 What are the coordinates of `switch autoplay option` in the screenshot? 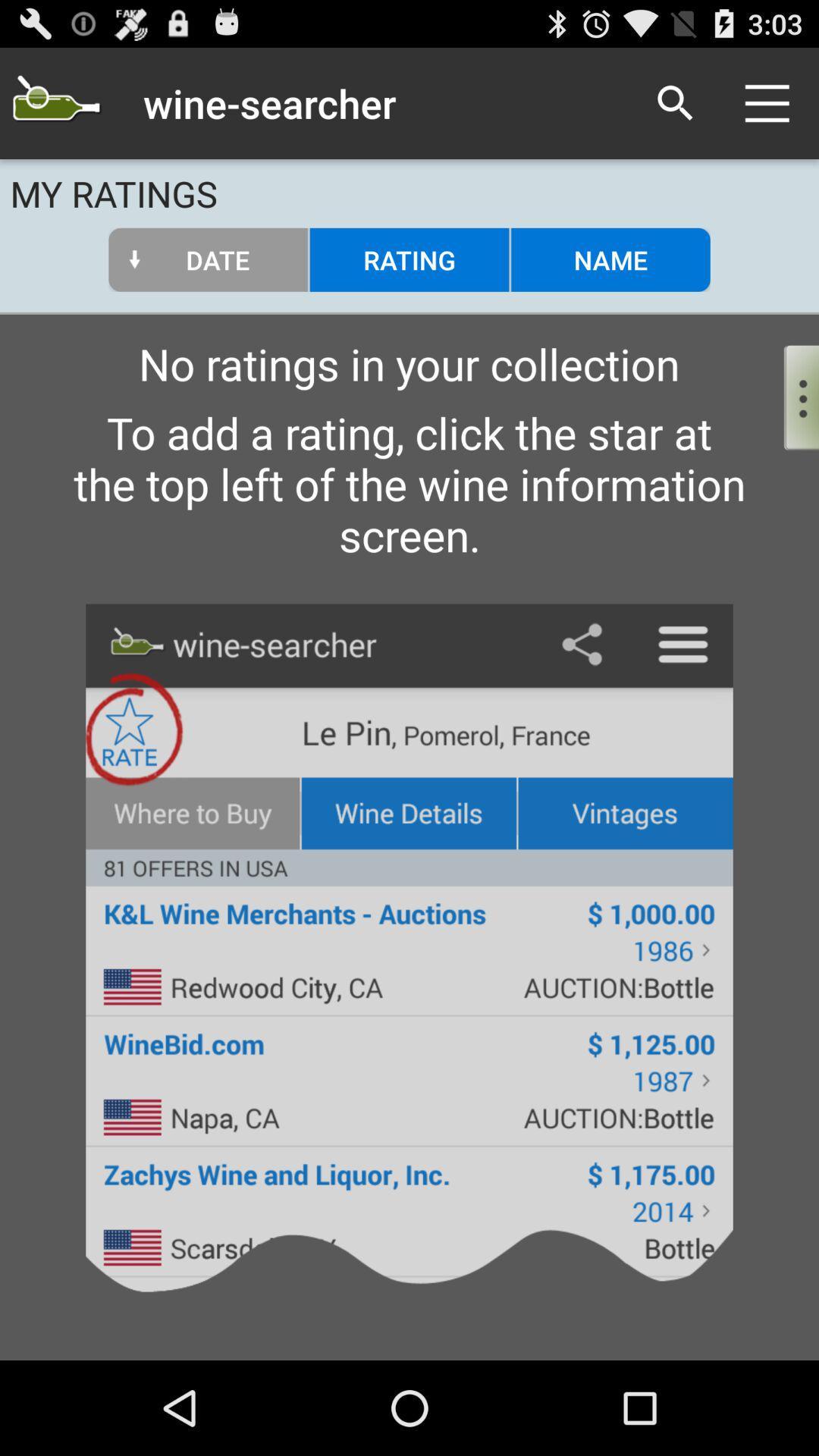 It's located at (788, 394).